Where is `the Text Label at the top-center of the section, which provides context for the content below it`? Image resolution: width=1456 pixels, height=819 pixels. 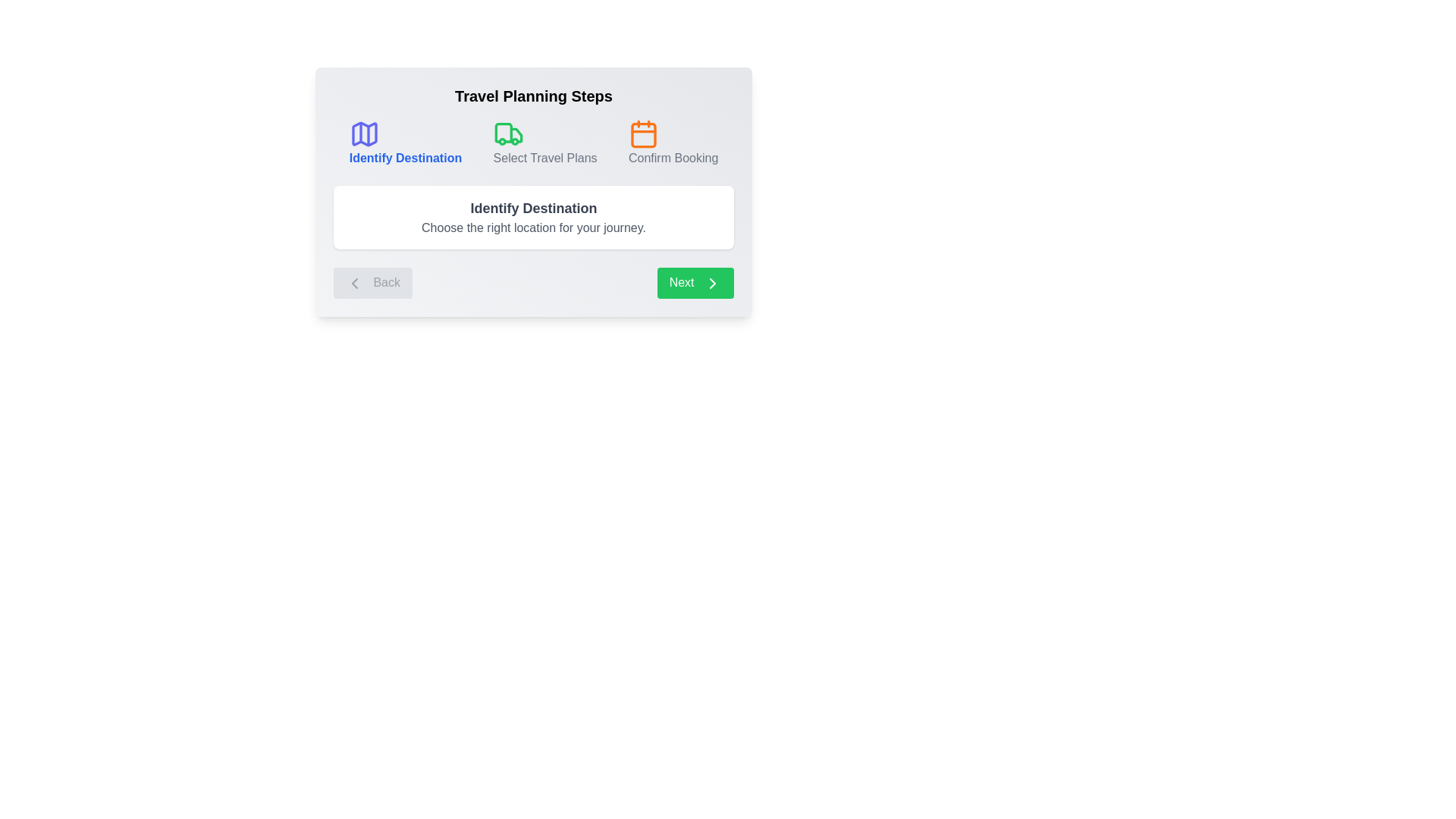
the Text Label at the top-center of the section, which provides context for the content below it is located at coordinates (534, 96).